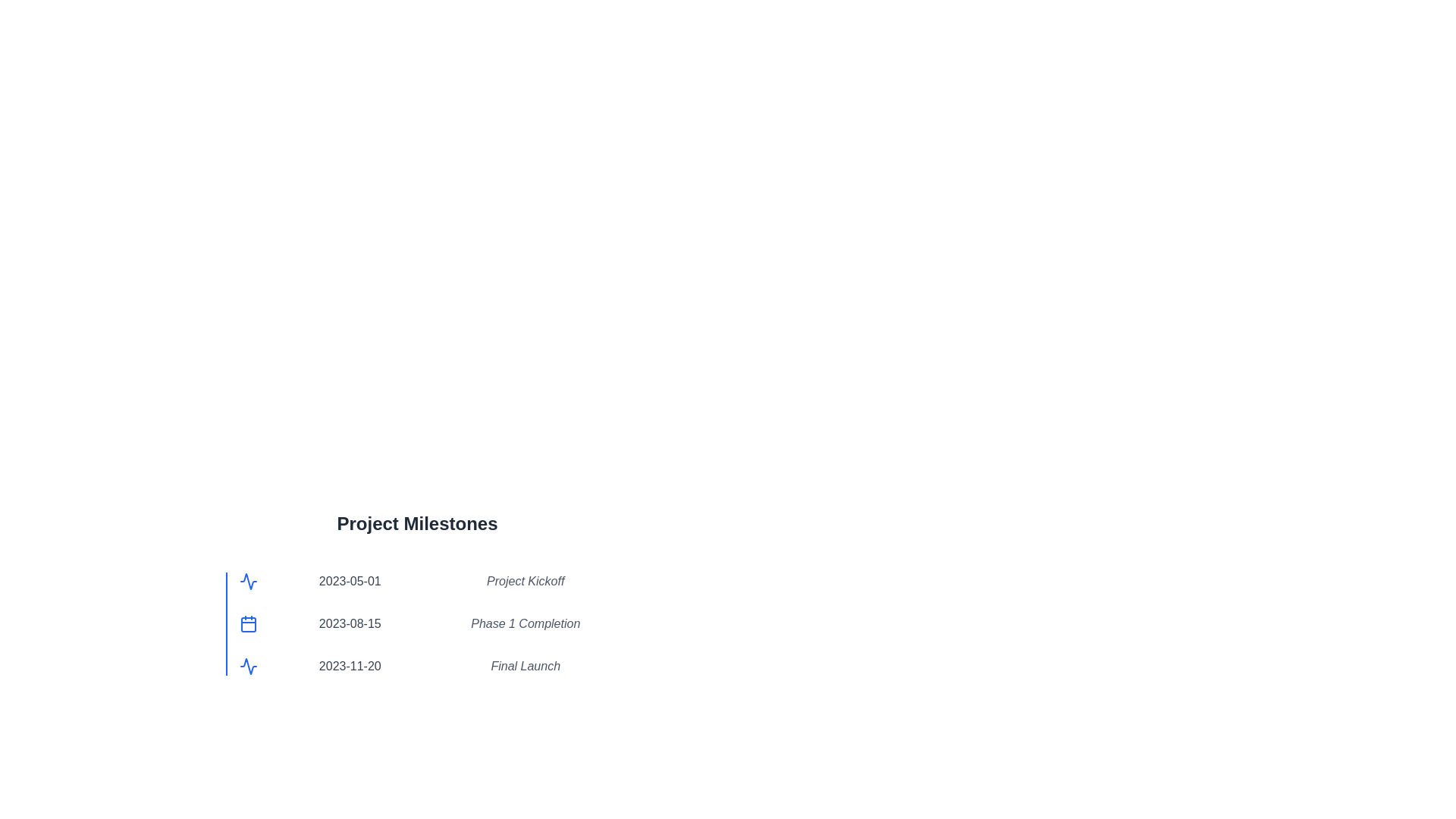 This screenshot has width=1456, height=819. Describe the element at coordinates (349, 581) in the screenshot. I see `the static text element displaying the date '2023-05-01', which is positioned between a waveform icon and the text 'Project Kickoff' in the 'Project Milestones' section` at that location.